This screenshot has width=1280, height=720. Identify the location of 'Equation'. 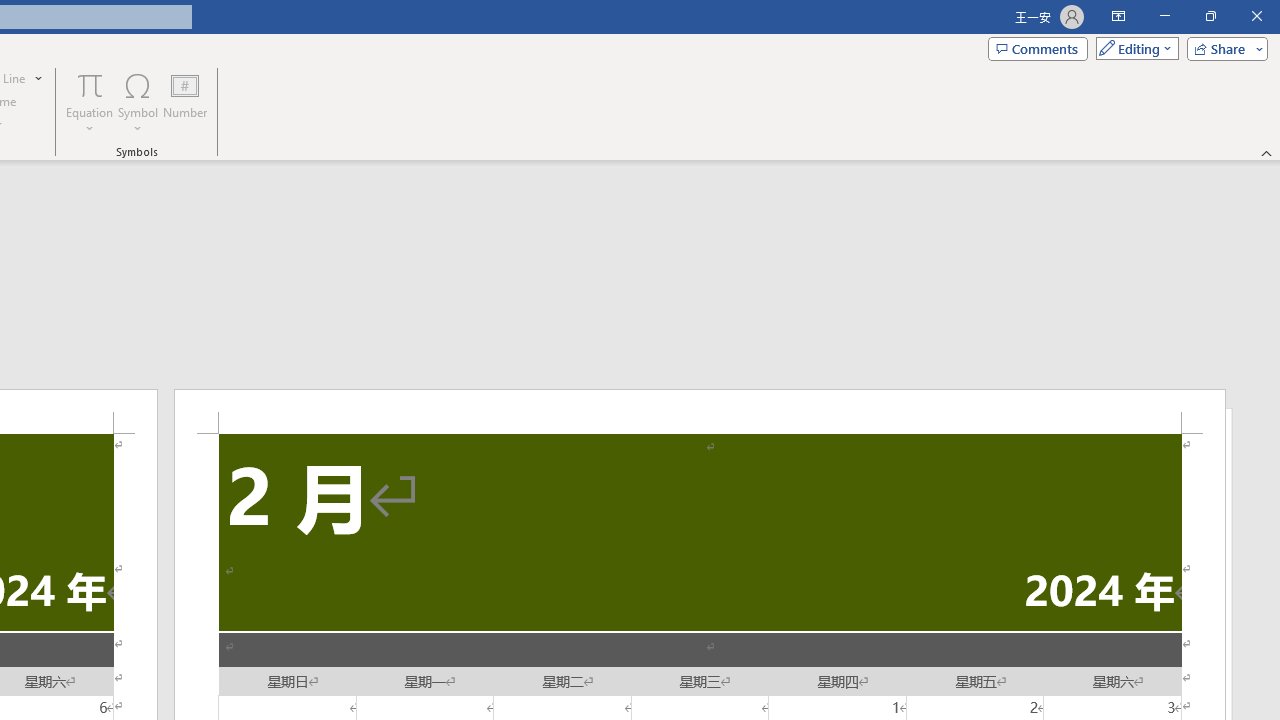
(89, 84).